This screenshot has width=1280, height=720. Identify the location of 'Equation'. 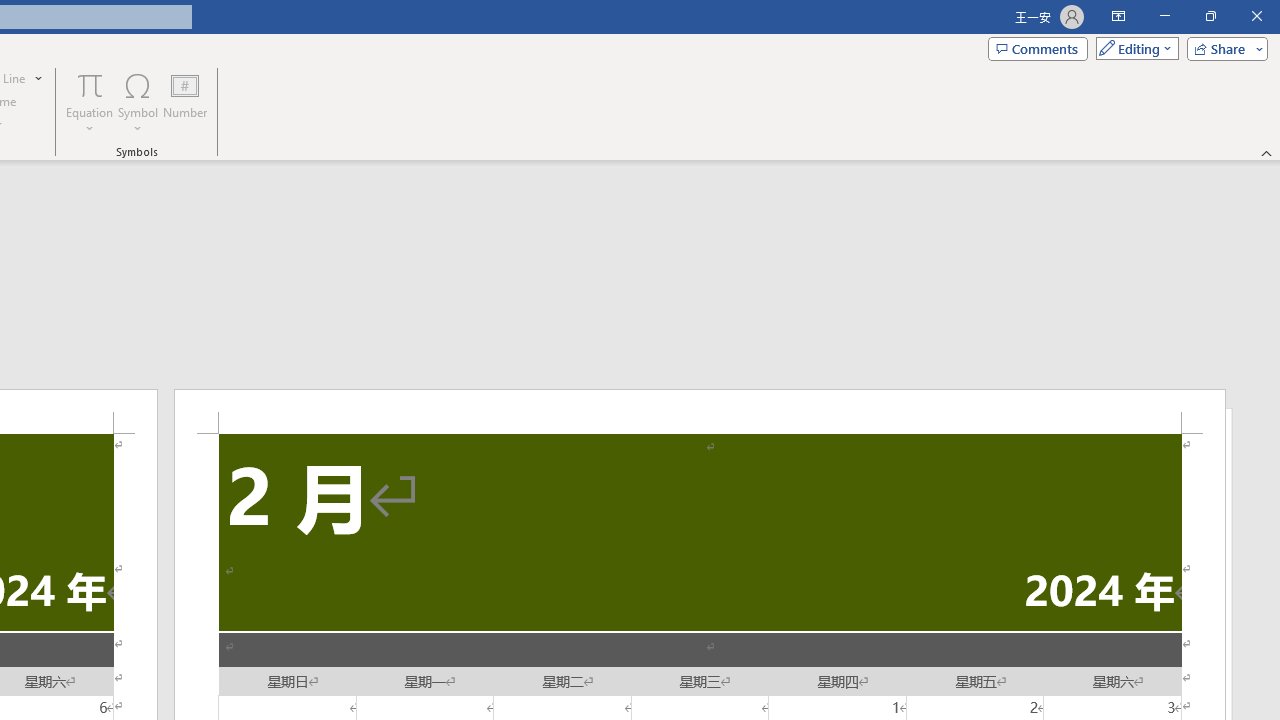
(89, 84).